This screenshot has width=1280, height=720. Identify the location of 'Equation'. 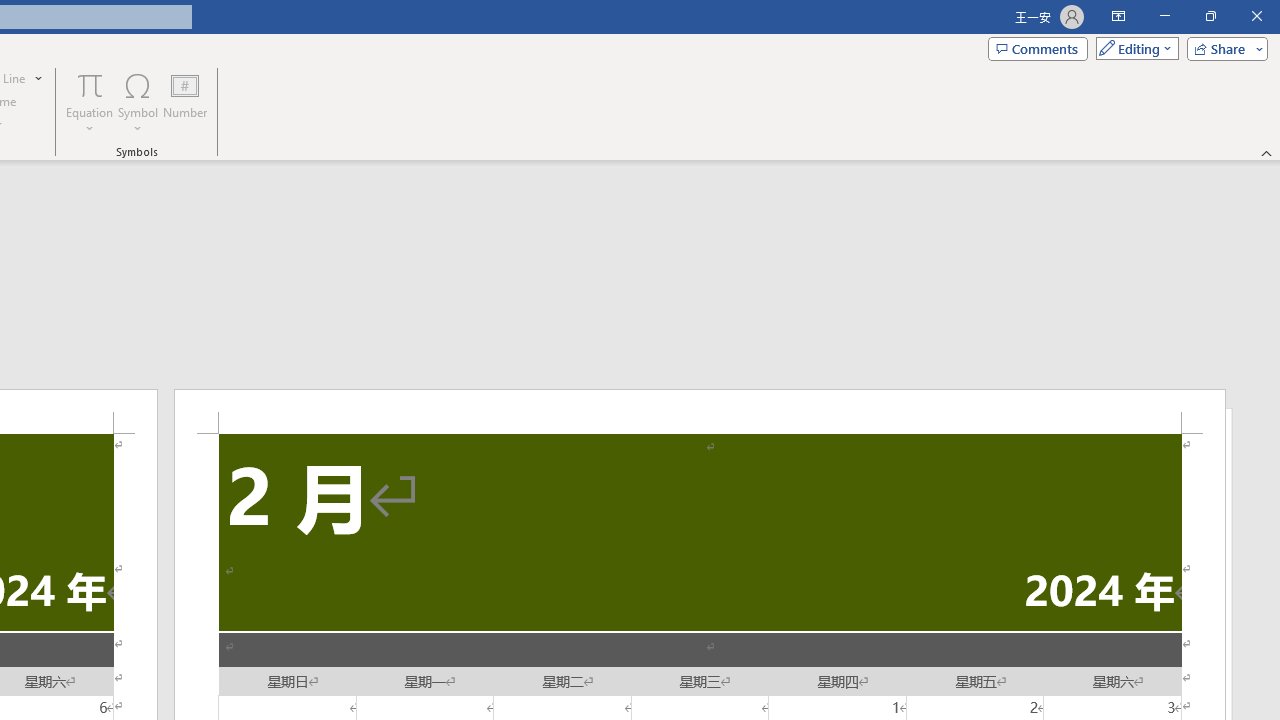
(89, 84).